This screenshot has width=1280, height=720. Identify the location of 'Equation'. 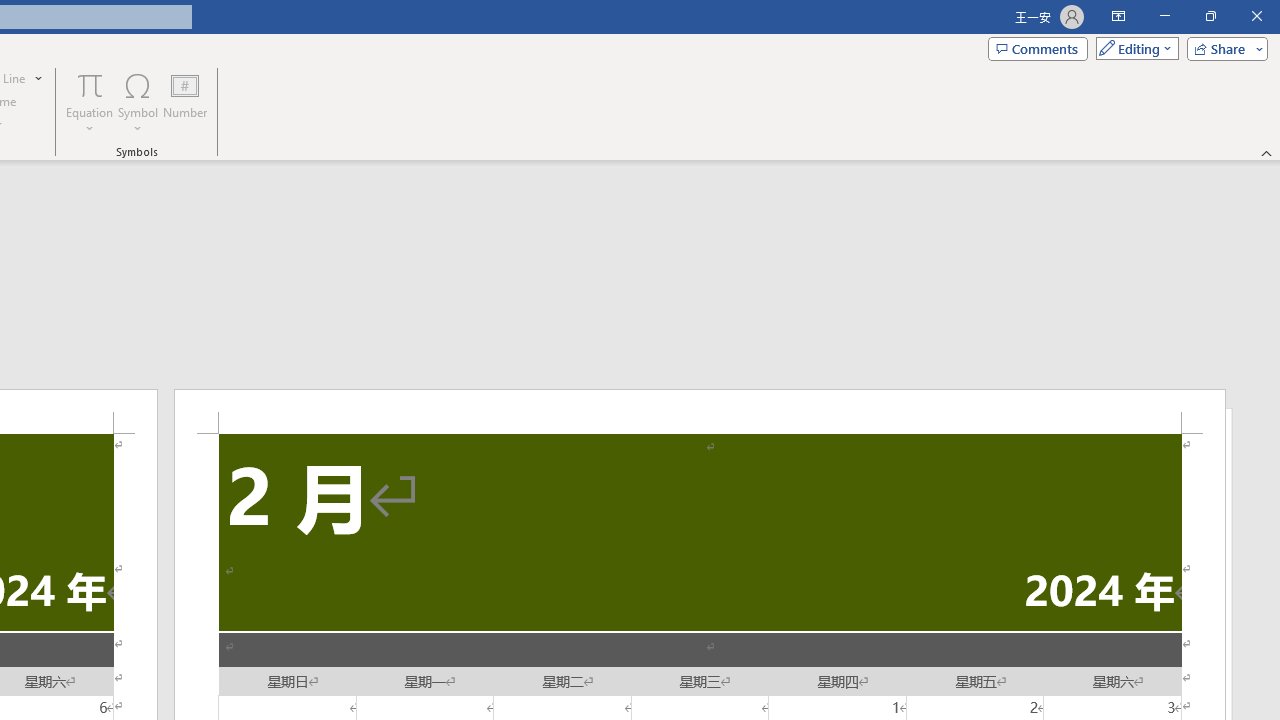
(89, 84).